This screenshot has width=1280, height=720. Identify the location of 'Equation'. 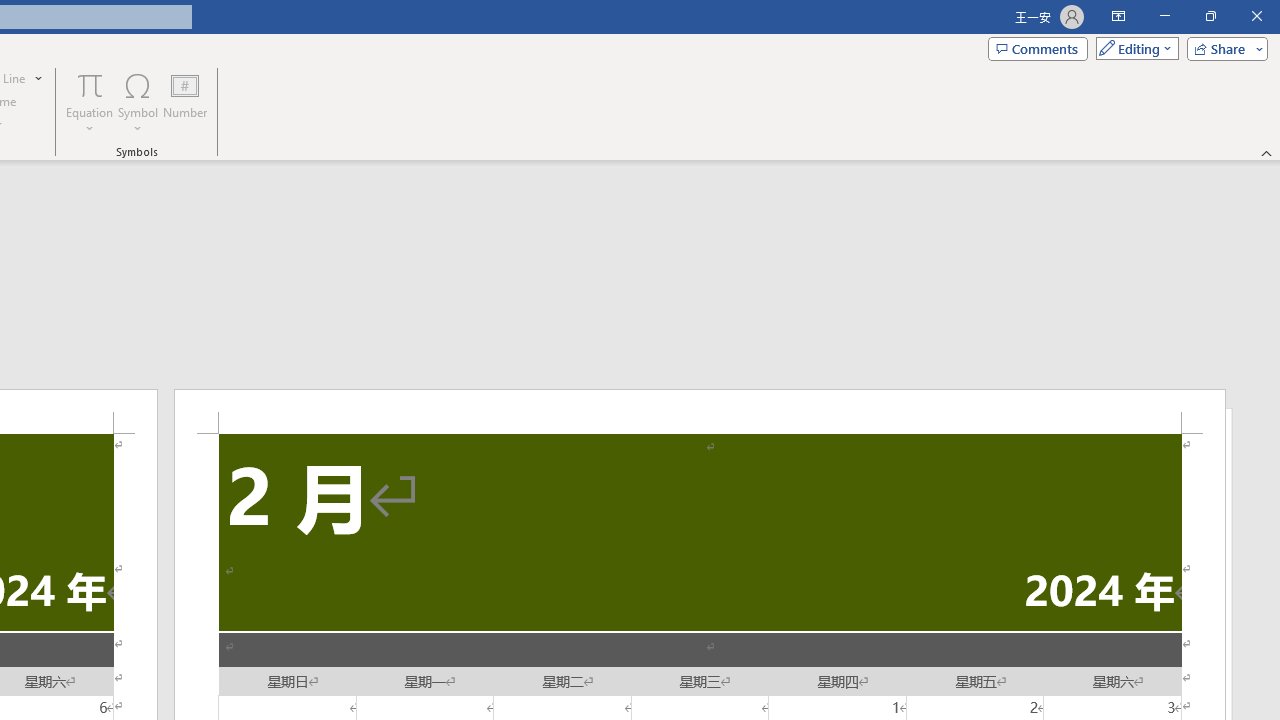
(89, 84).